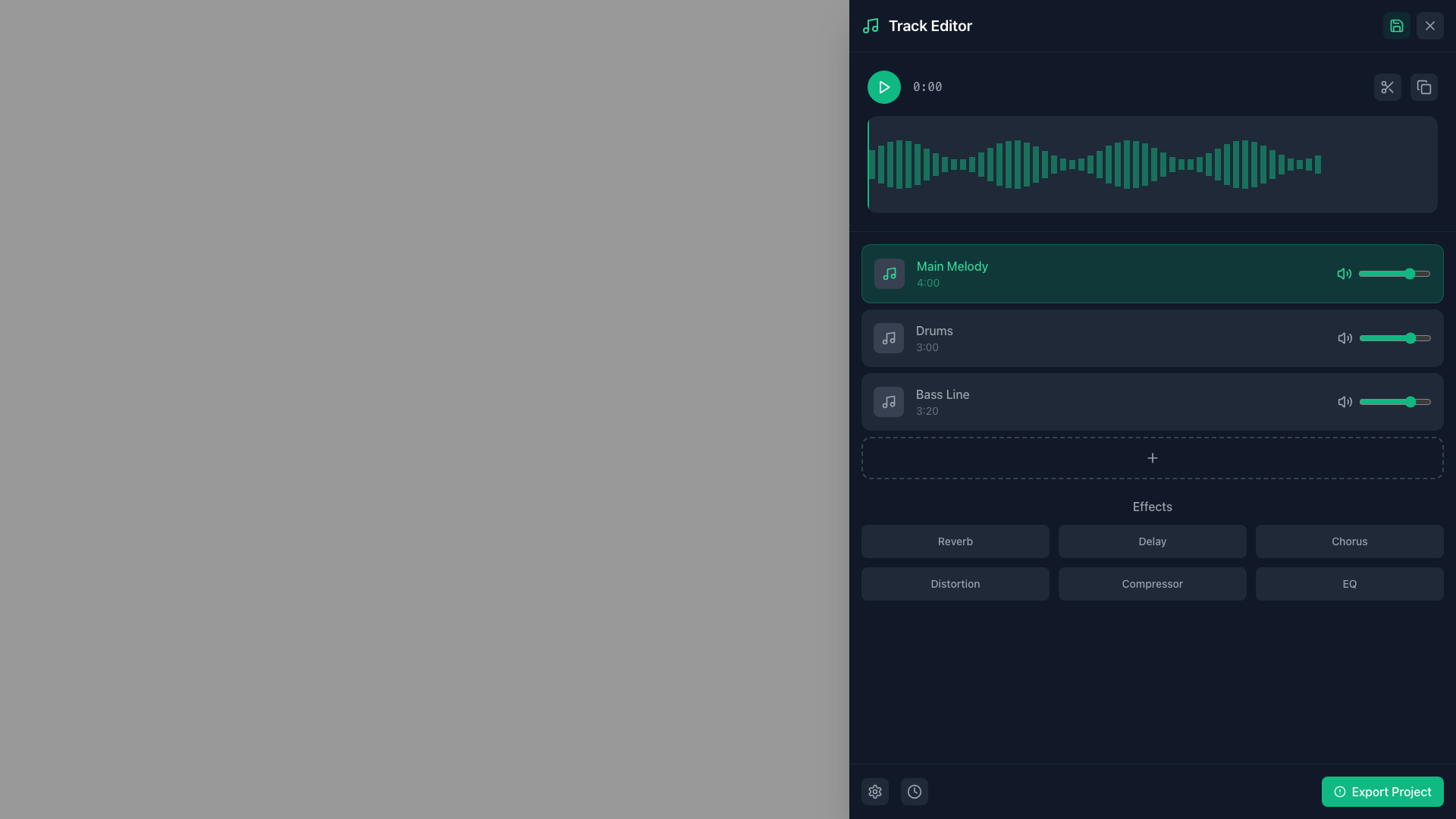 The width and height of the screenshot is (1456, 819). I want to click on the position of the 27th graphical bar (waveform marker) in the waveform display by clicking on it, so click(1109, 164).